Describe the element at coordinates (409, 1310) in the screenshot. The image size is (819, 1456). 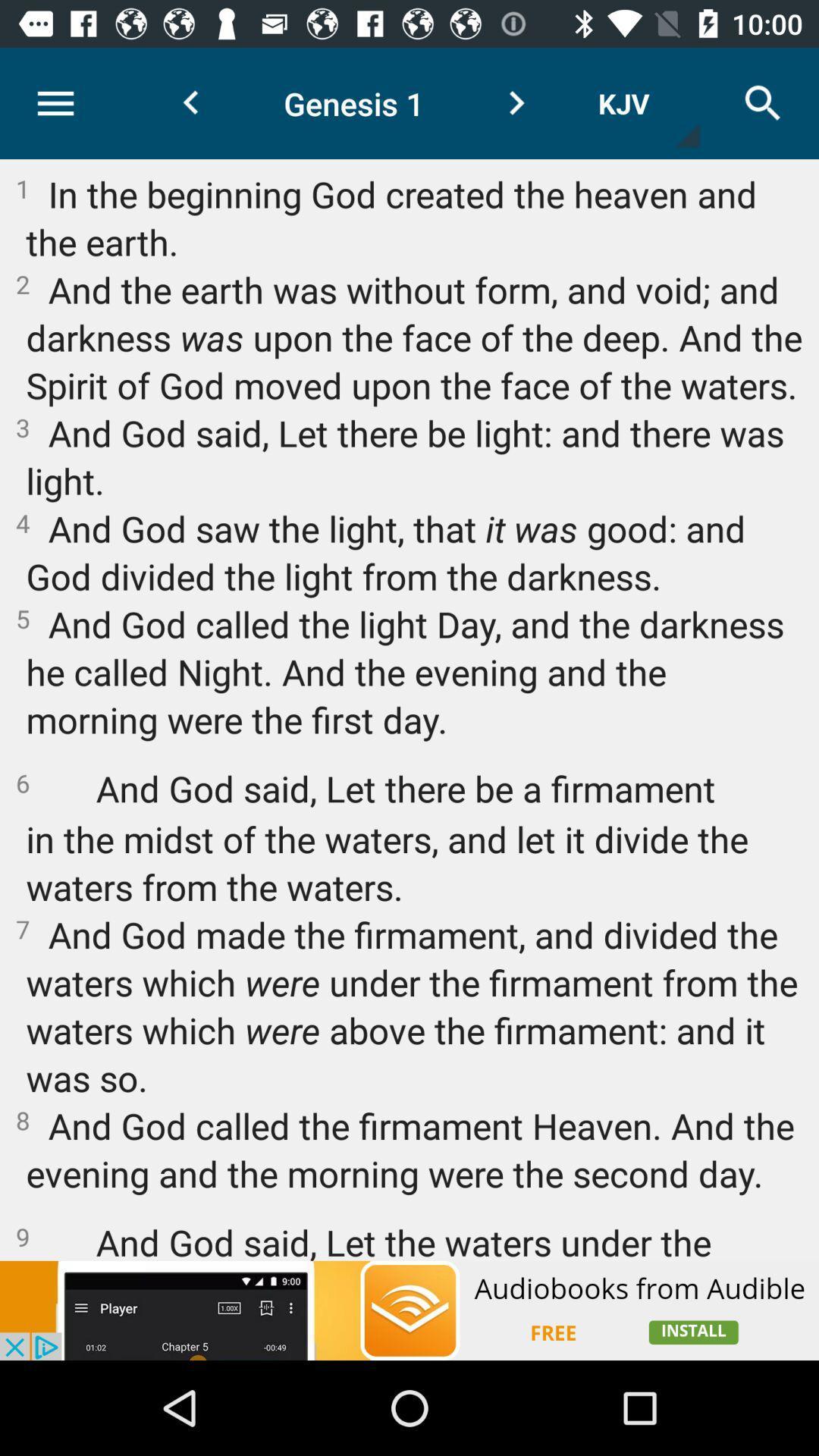
I see `open` at that location.